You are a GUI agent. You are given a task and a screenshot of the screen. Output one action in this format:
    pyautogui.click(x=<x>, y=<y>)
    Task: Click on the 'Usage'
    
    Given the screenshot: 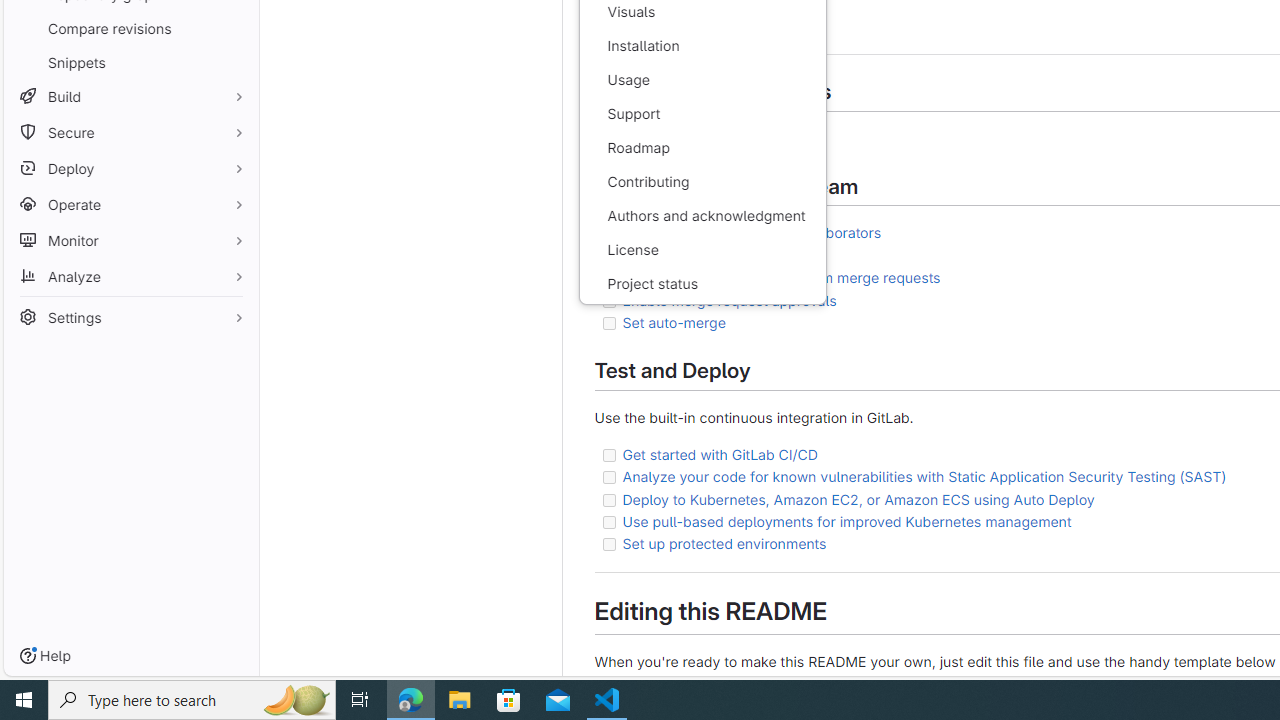 What is the action you would take?
    pyautogui.click(x=702, y=78)
    